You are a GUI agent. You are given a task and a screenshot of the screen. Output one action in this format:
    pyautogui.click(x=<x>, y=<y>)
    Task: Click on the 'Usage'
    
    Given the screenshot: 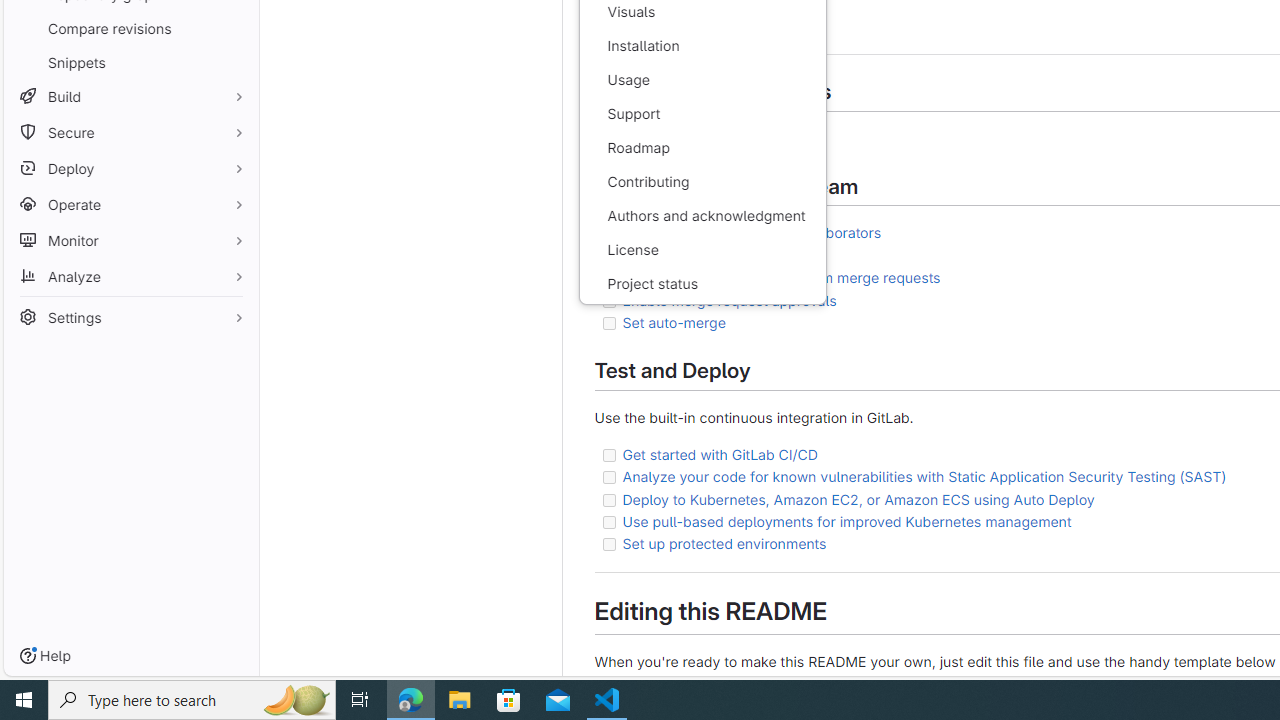 What is the action you would take?
    pyautogui.click(x=702, y=78)
    